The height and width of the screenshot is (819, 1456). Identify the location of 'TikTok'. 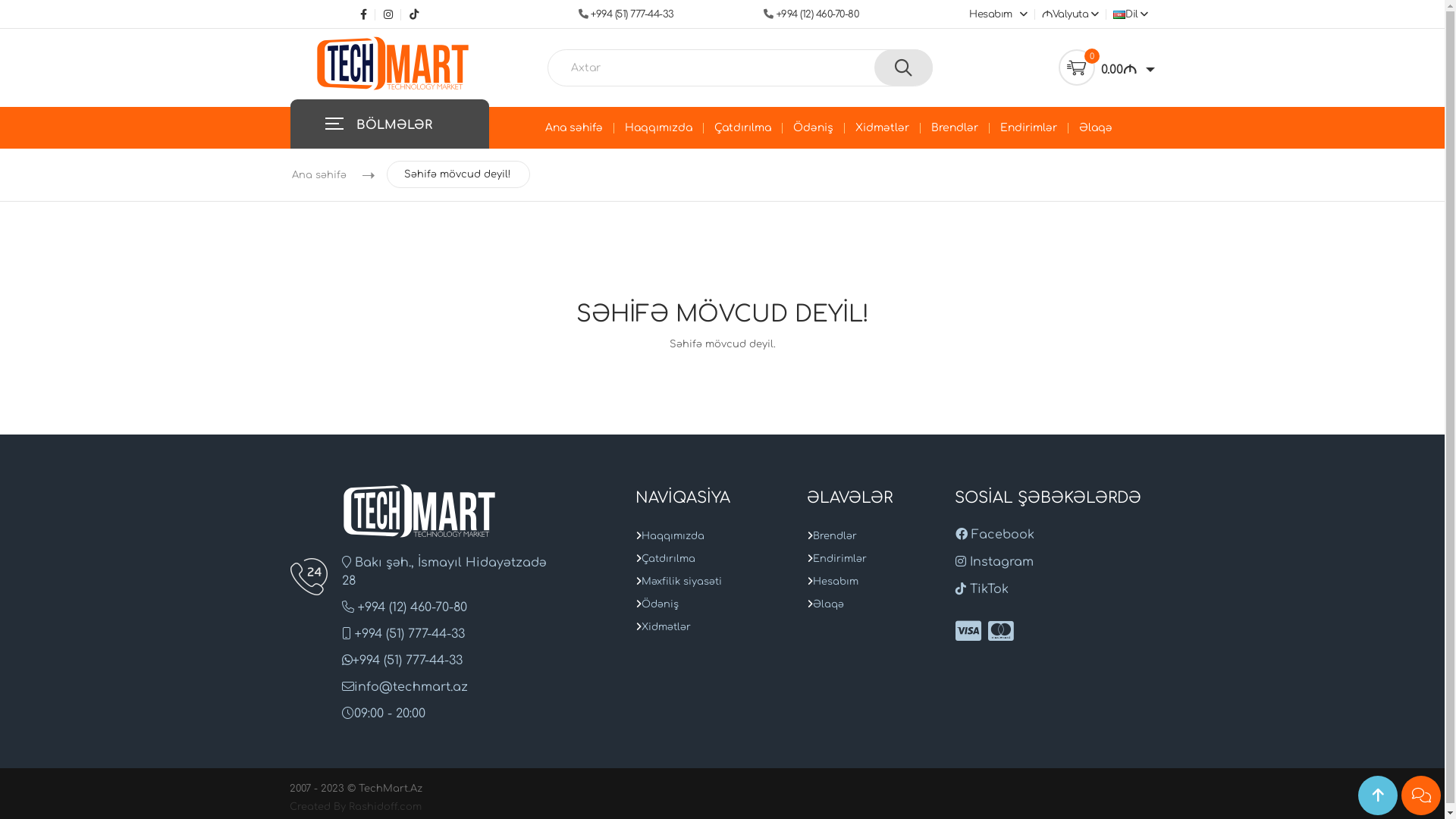
(411, 14).